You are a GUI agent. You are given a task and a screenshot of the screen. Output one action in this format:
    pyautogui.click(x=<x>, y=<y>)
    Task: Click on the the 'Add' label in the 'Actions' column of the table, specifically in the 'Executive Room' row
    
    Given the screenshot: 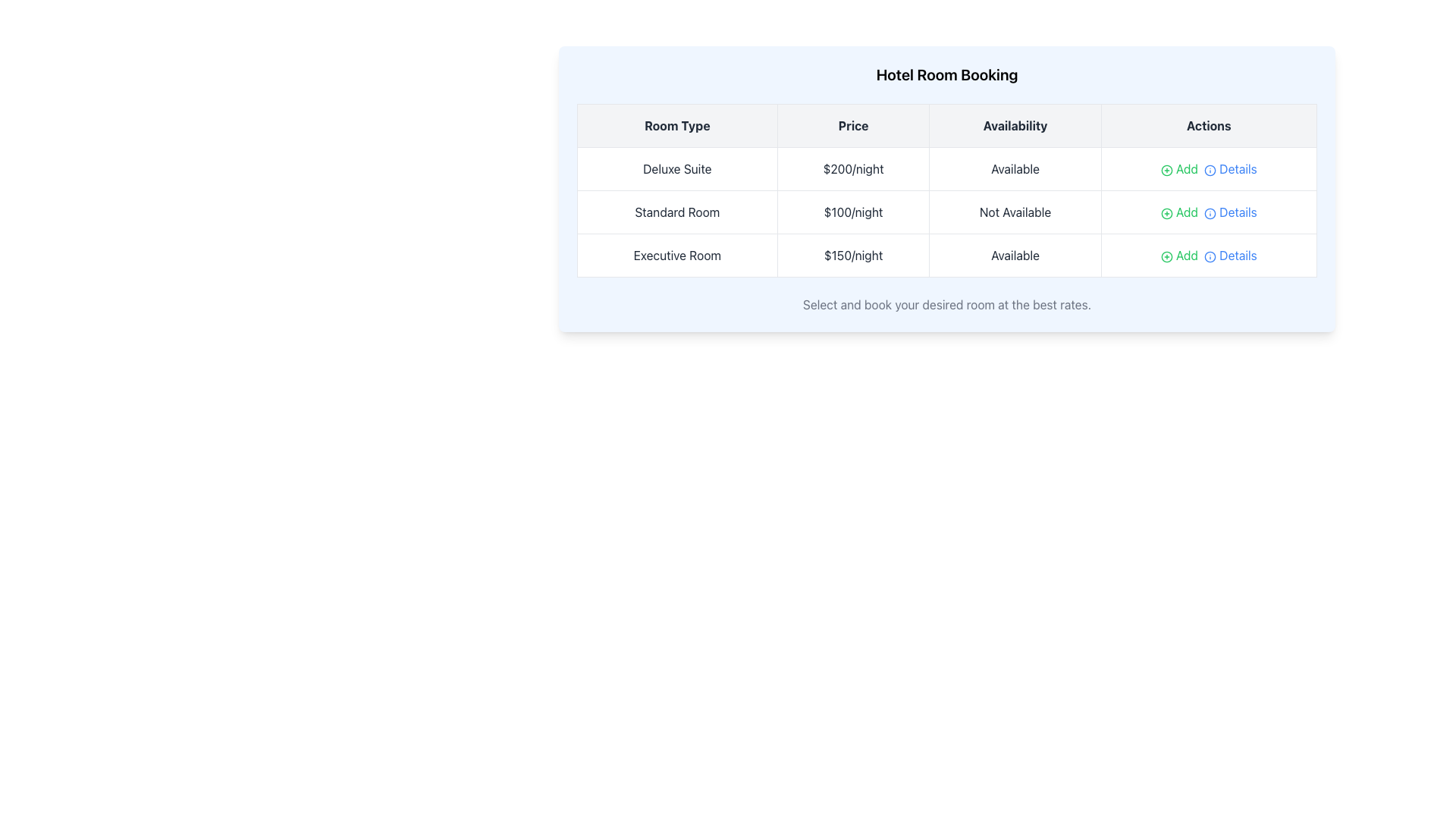 What is the action you would take?
    pyautogui.click(x=1208, y=254)
    